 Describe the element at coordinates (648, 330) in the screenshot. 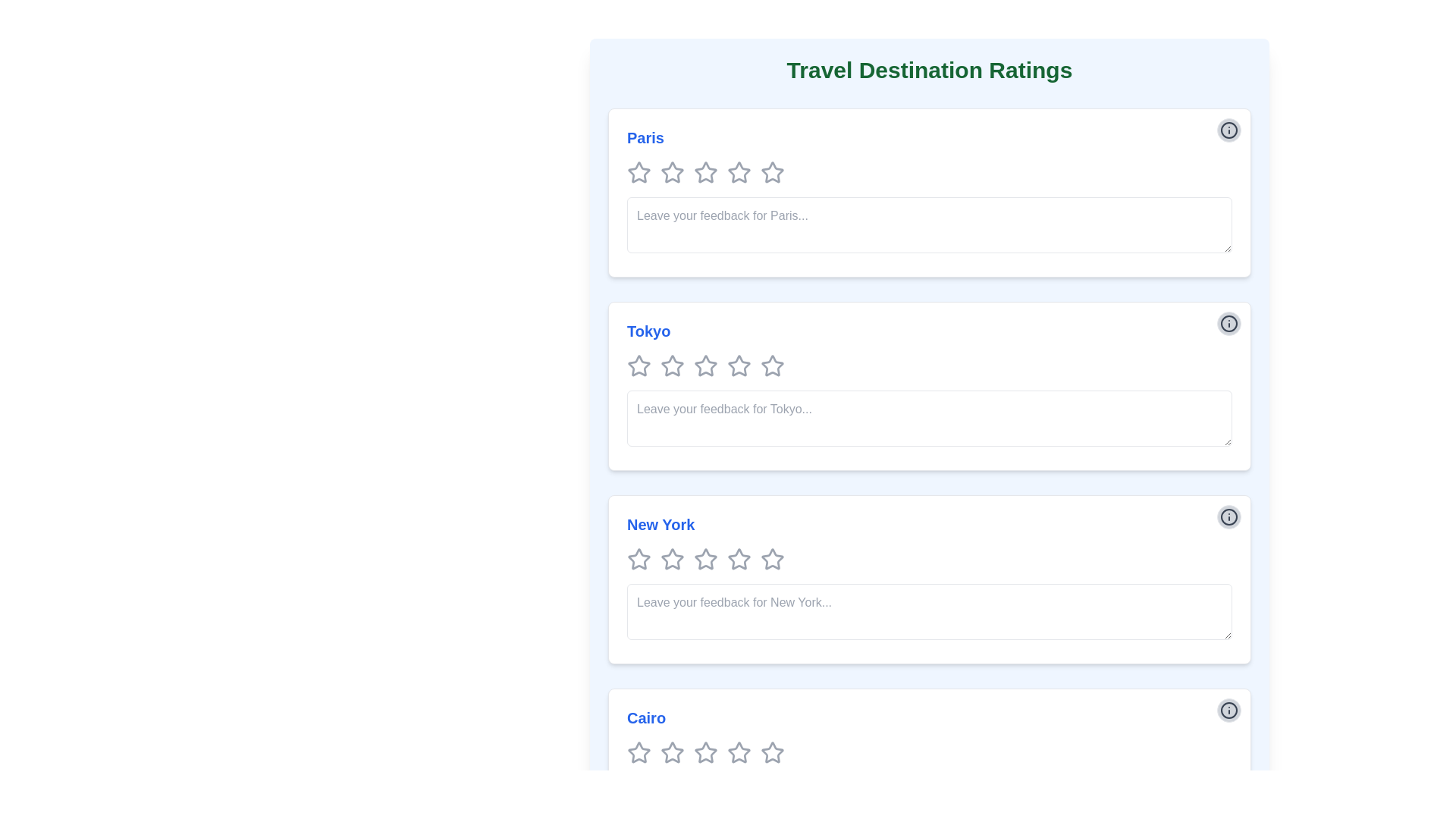

I see `the Text label that serves as the title for the Tokyo section` at that location.